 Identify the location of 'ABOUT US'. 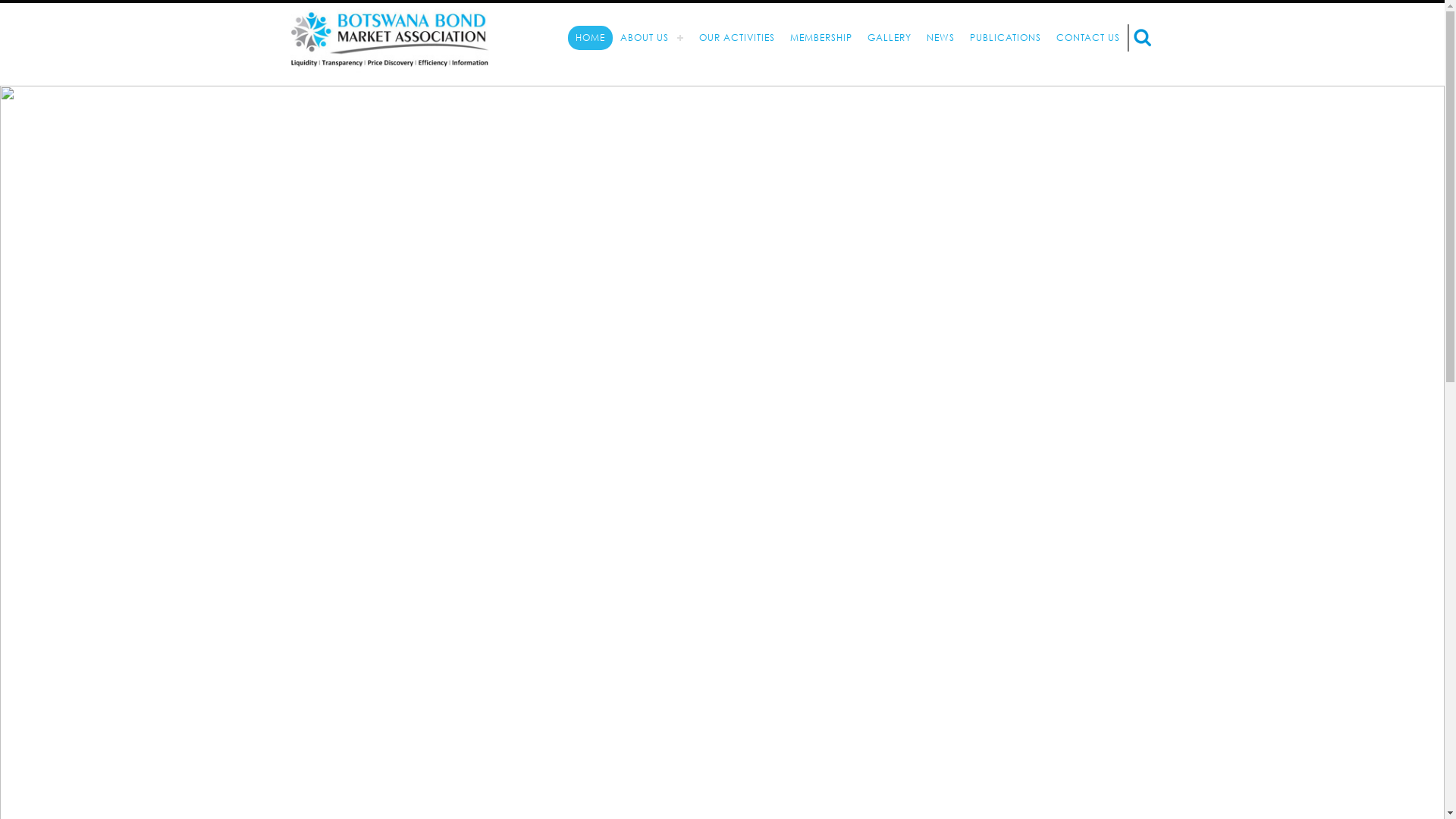
(651, 37).